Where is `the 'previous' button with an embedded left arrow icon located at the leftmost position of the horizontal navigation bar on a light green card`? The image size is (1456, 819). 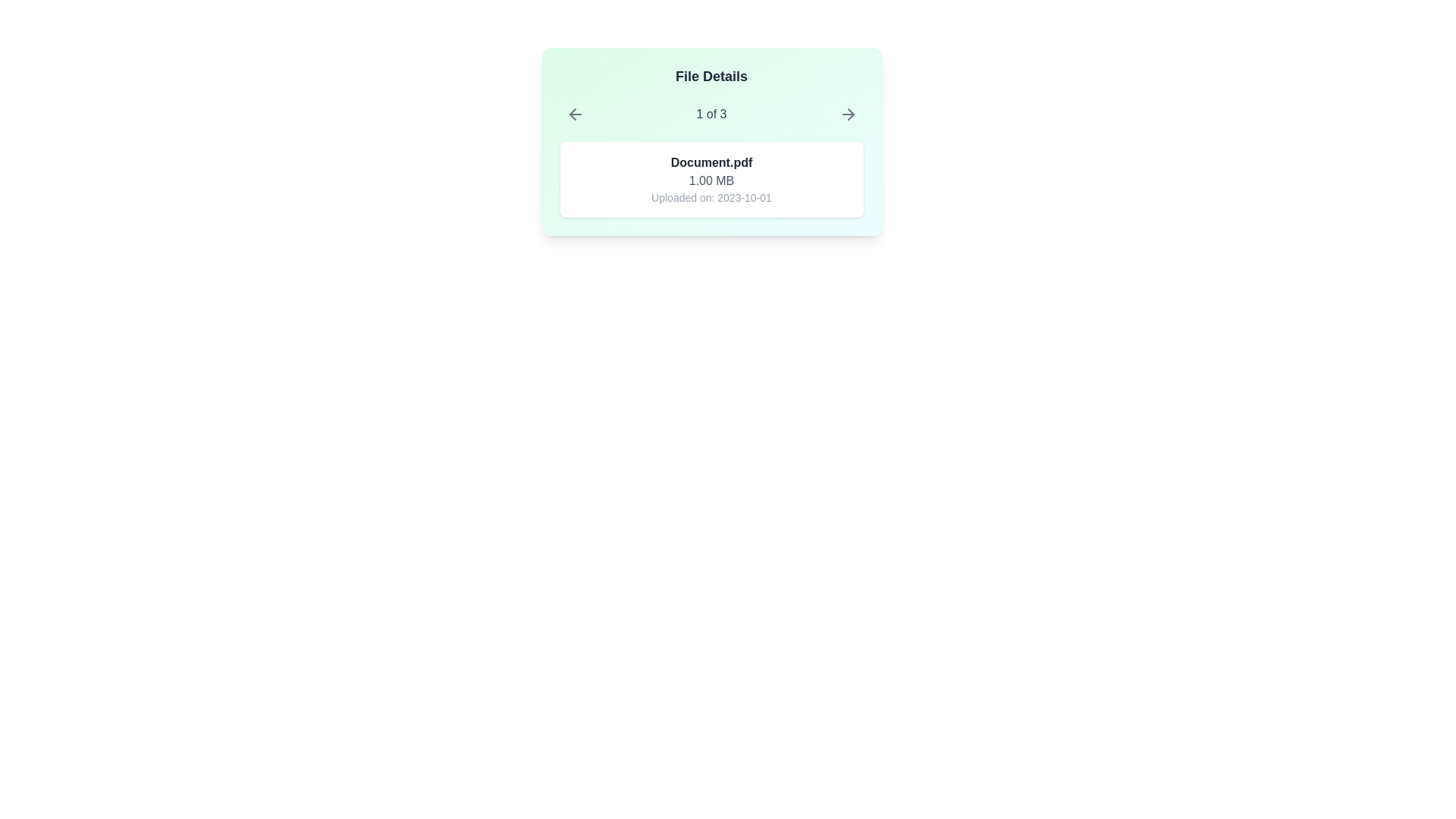
the 'previous' button with an embedded left arrow icon located at the leftmost position of the horizontal navigation bar on a light green card is located at coordinates (574, 113).